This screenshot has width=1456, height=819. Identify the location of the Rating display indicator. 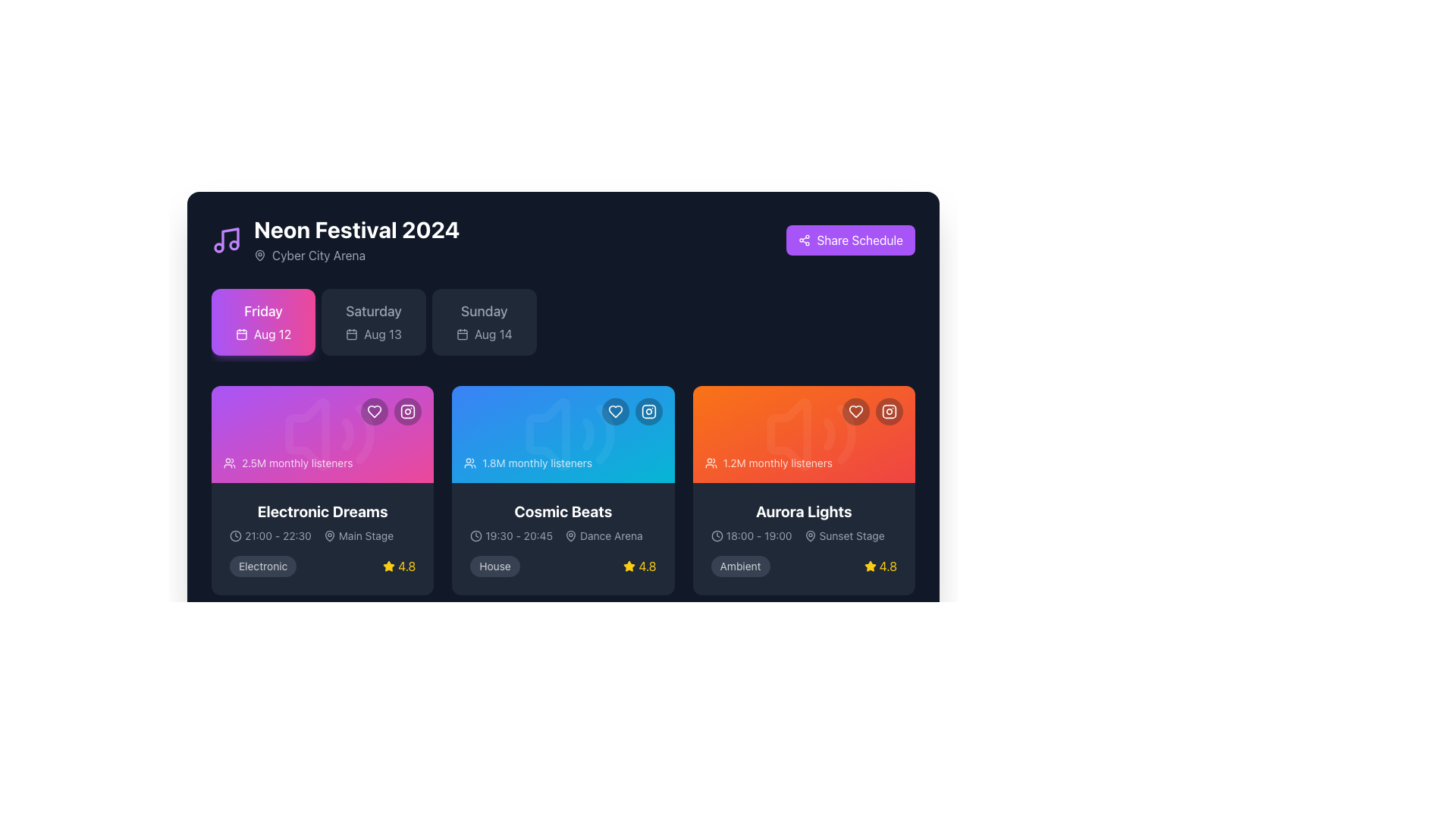
(640, 566).